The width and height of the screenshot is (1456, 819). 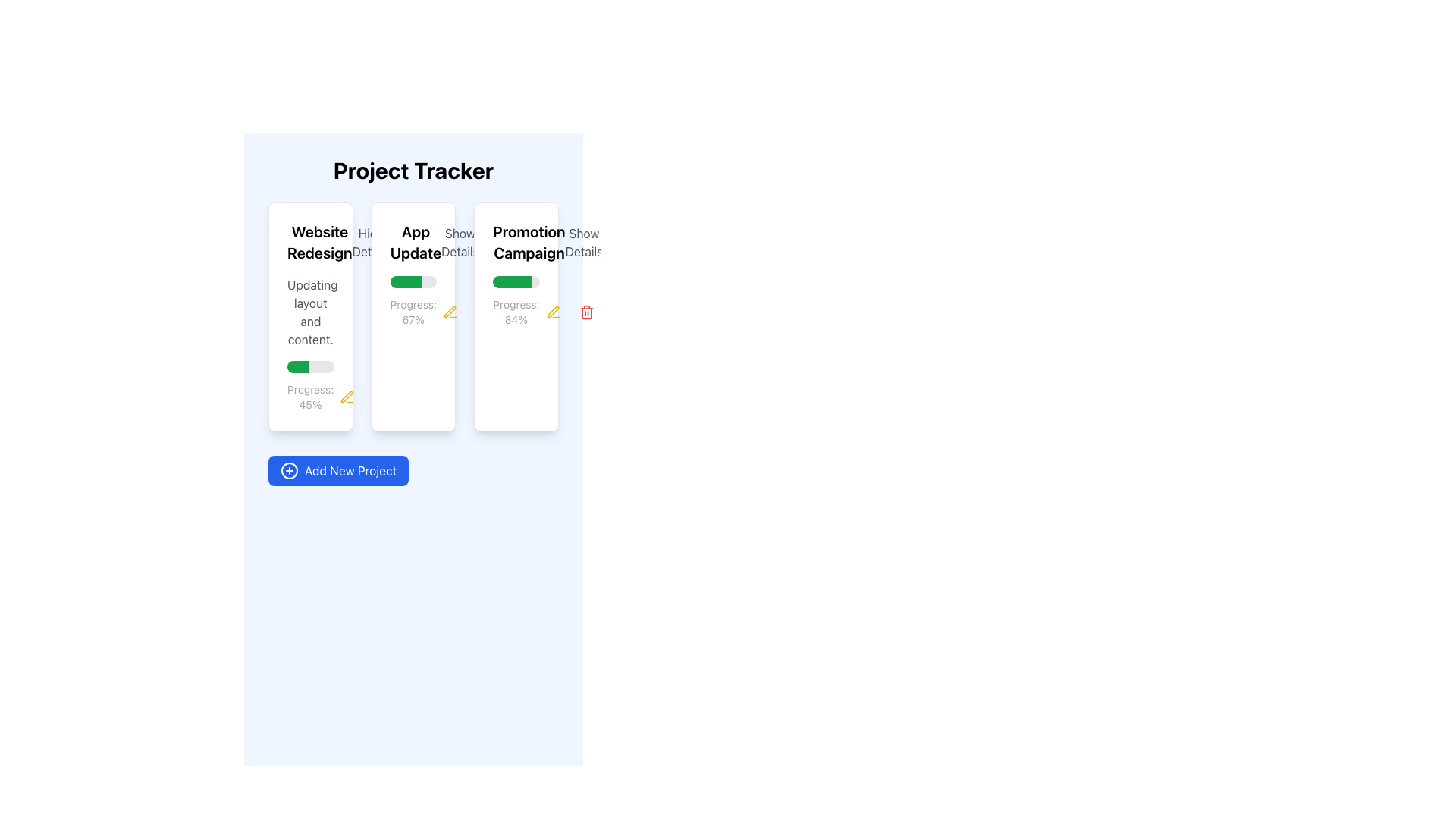 What do you see at coordinates (290, 470) in the screenshot?
I see `the blue circular icon with a white plus symbol located on the left side of the 'Add New Project' button` at bounding box center [290, 470].